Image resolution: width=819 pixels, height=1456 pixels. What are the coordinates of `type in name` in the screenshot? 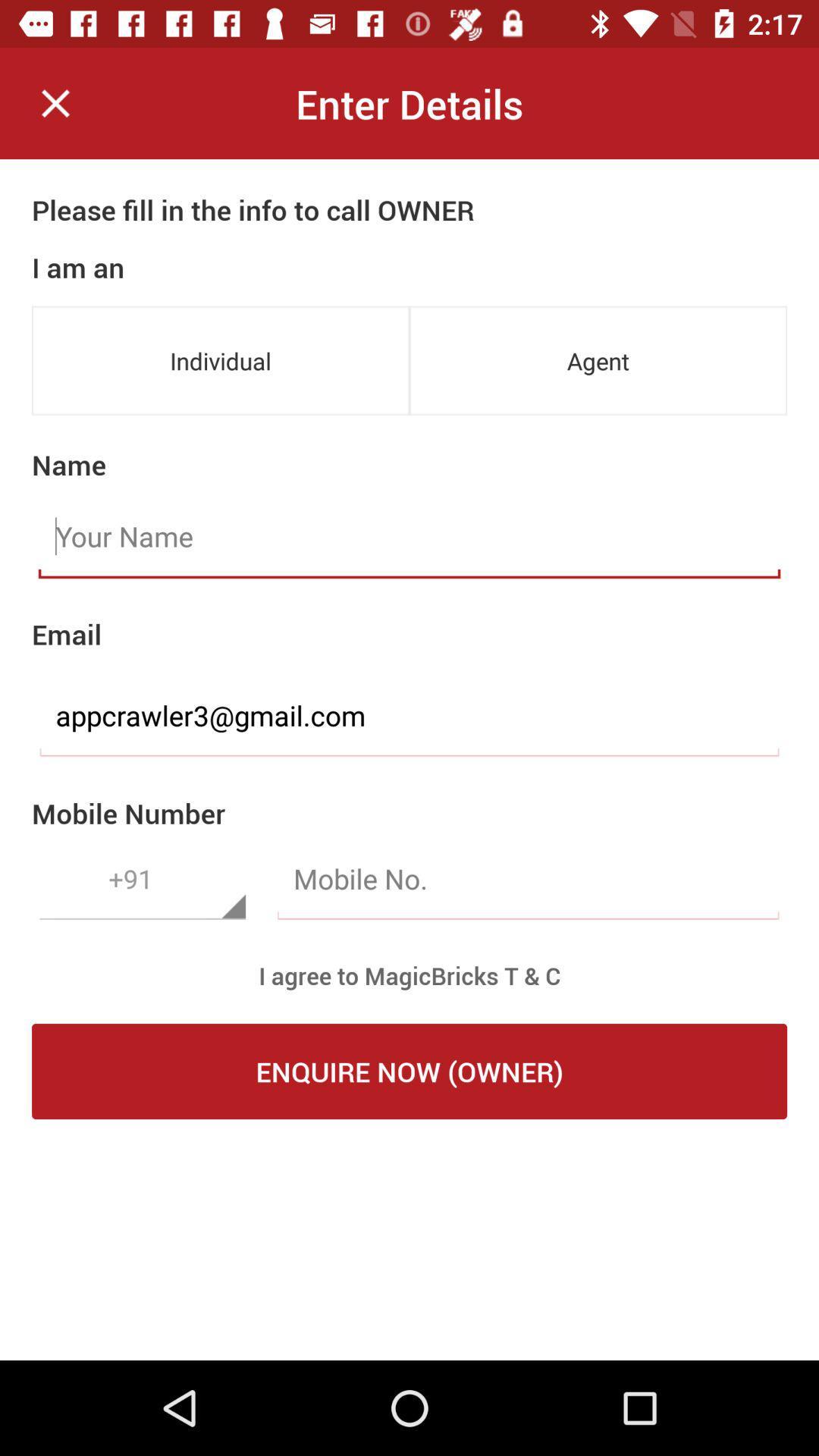 It's located at (409, 537).